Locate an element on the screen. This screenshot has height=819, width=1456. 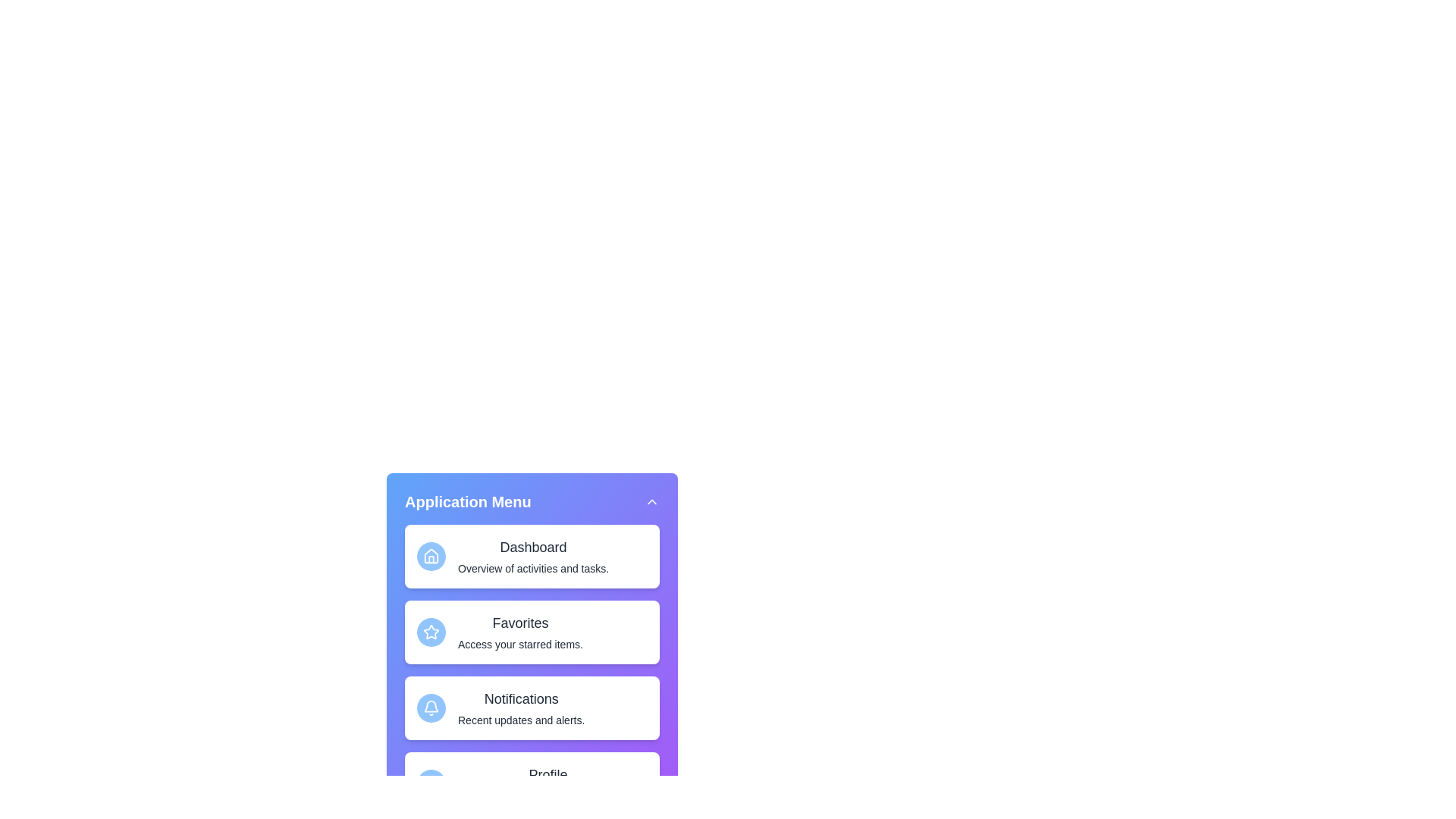
the menu item Dashboard from the sidebar menu is located at coordinates (532, 556).